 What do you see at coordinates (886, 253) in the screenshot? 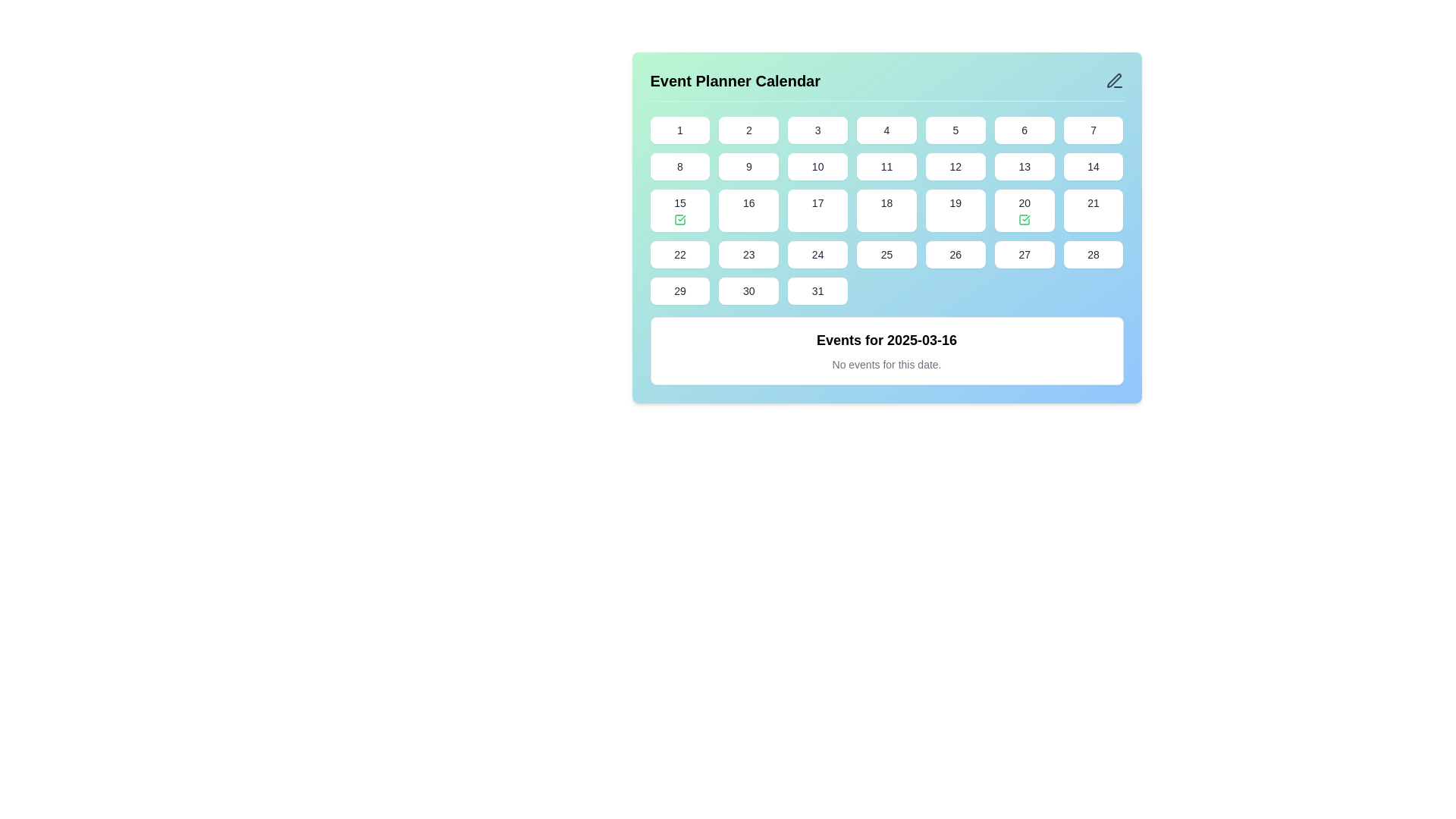
I see `the selectable date button in the calendar component located in the fourth row and fourth column` at bounding box center [886, 253].